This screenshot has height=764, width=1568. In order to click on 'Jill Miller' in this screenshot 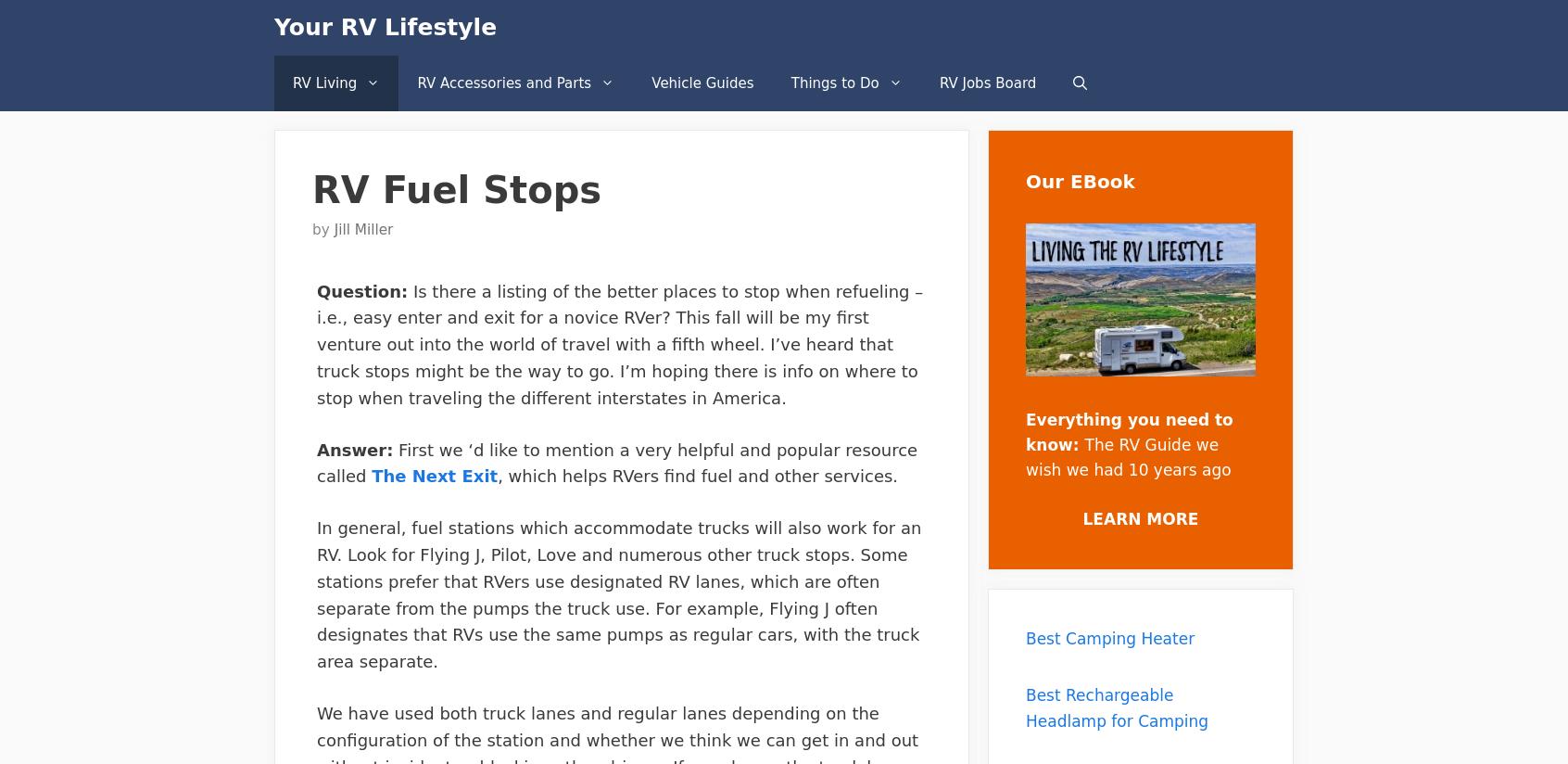, I will do `click(363, 229)`.